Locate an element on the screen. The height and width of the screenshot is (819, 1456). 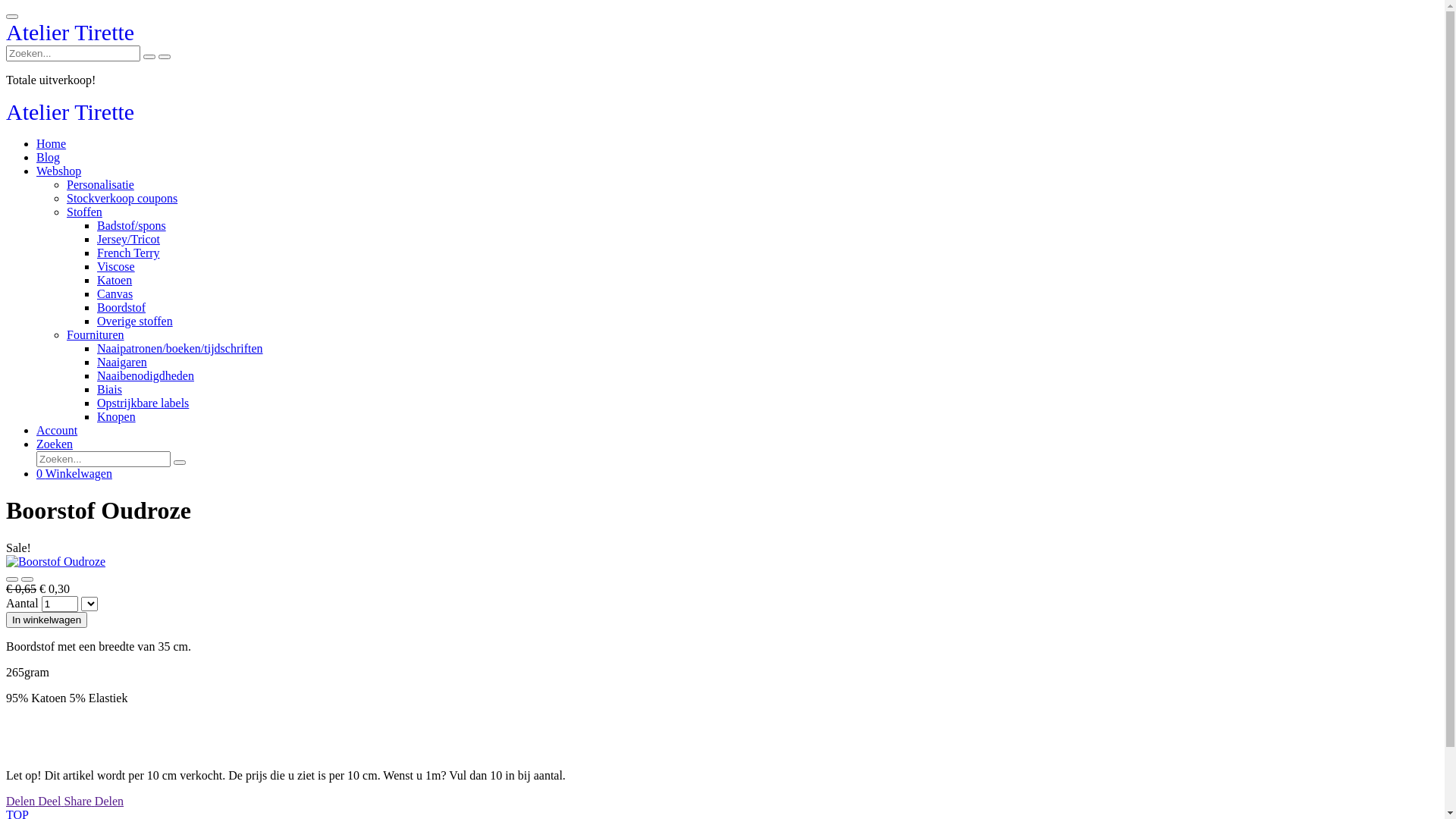
'Viscose' is located at coordinates (115, 265).